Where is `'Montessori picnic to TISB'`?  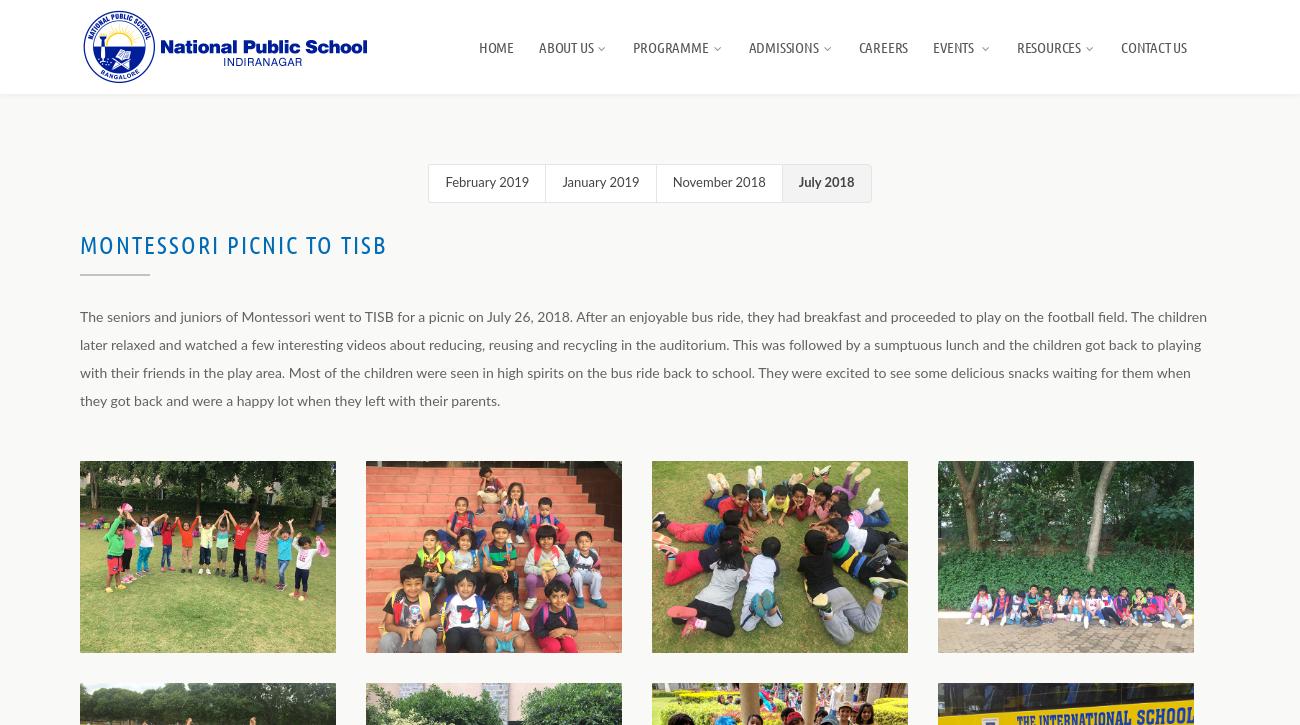
'Montessori picnic to TISB' is located at coordinates (233, 244).